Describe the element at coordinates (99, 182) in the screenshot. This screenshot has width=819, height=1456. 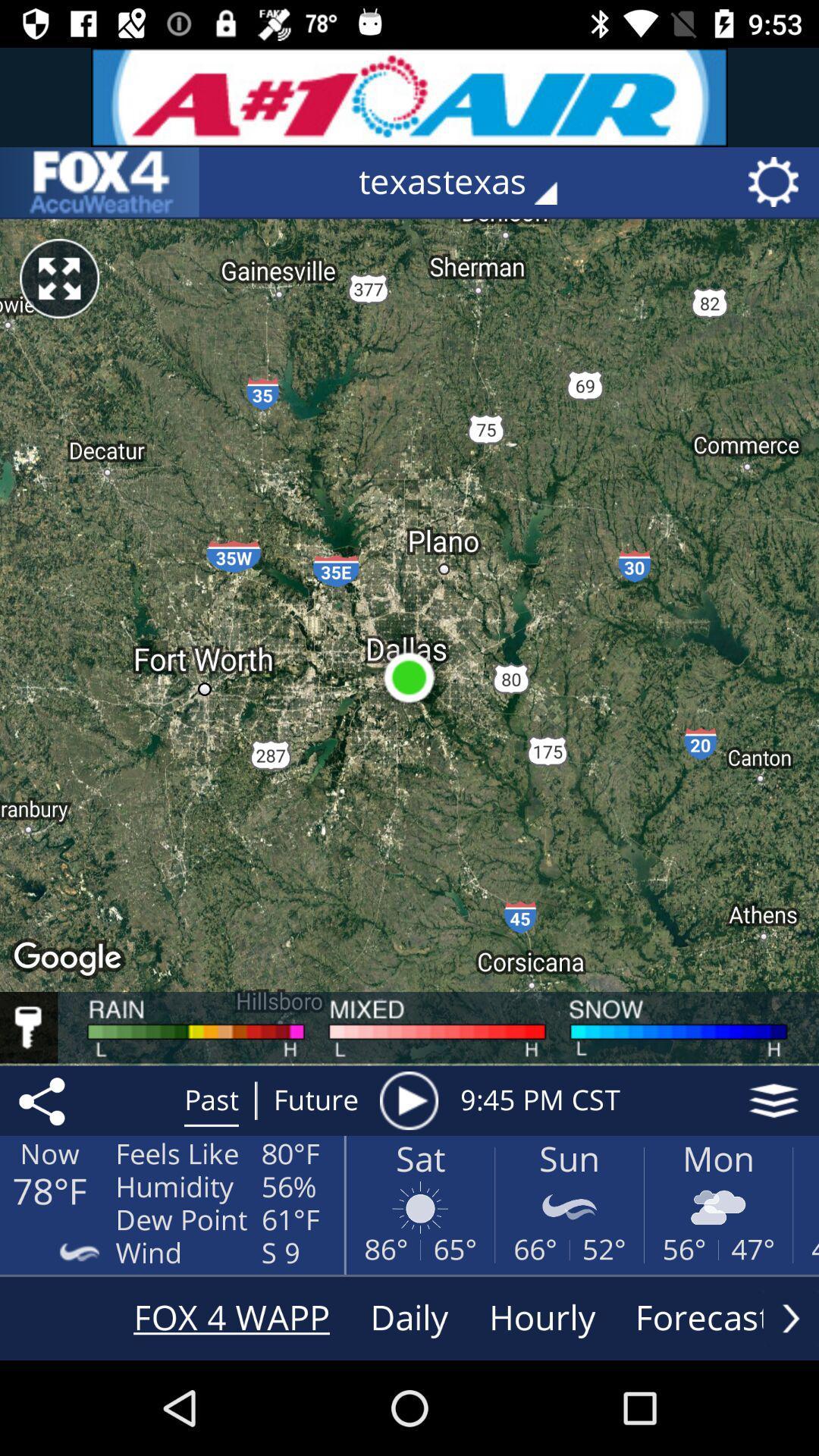
I see `the sliders icon` at that location.